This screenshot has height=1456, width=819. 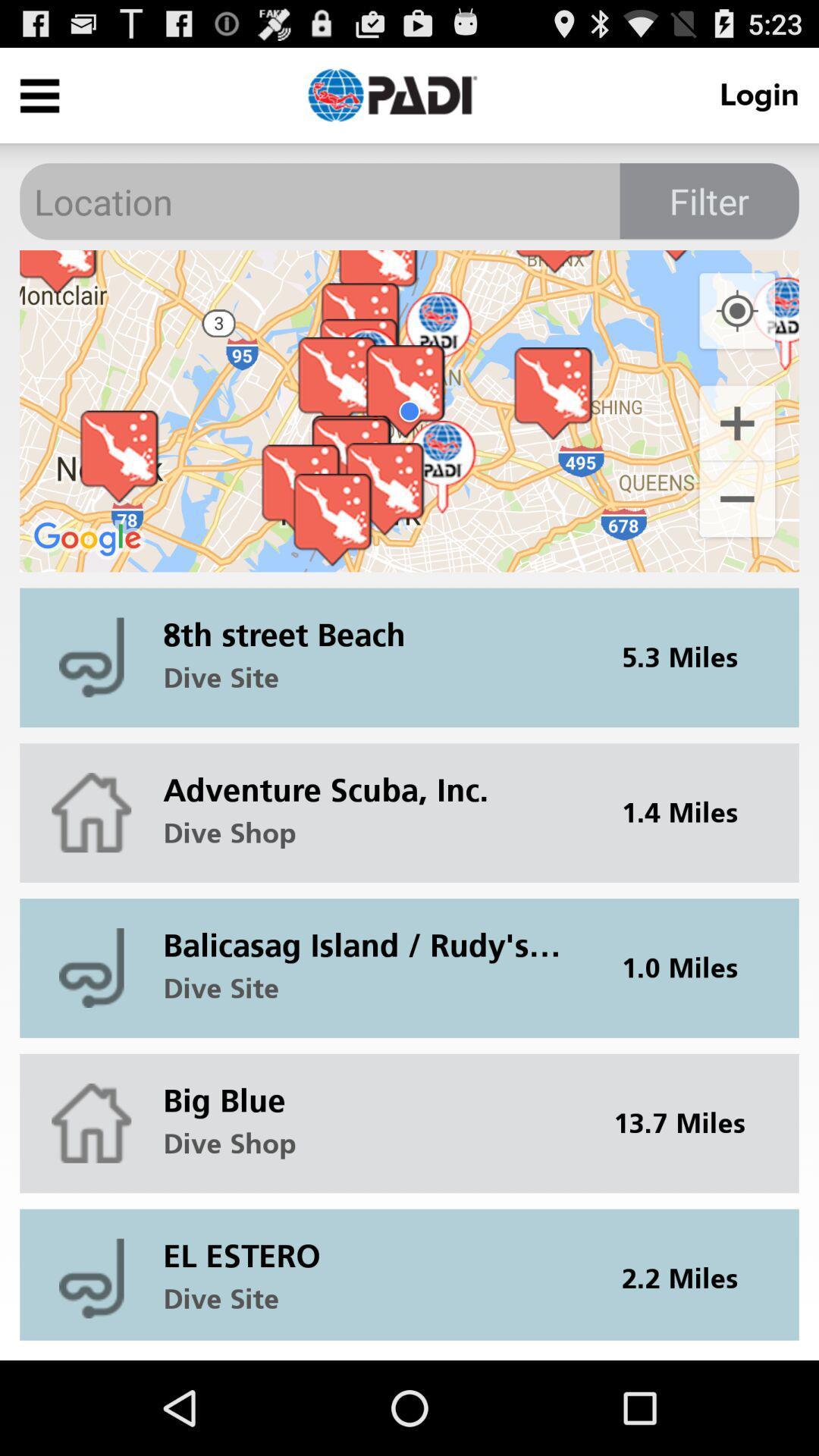 I want to click on the 2.2 miles item, so click(x=689, y=1274).